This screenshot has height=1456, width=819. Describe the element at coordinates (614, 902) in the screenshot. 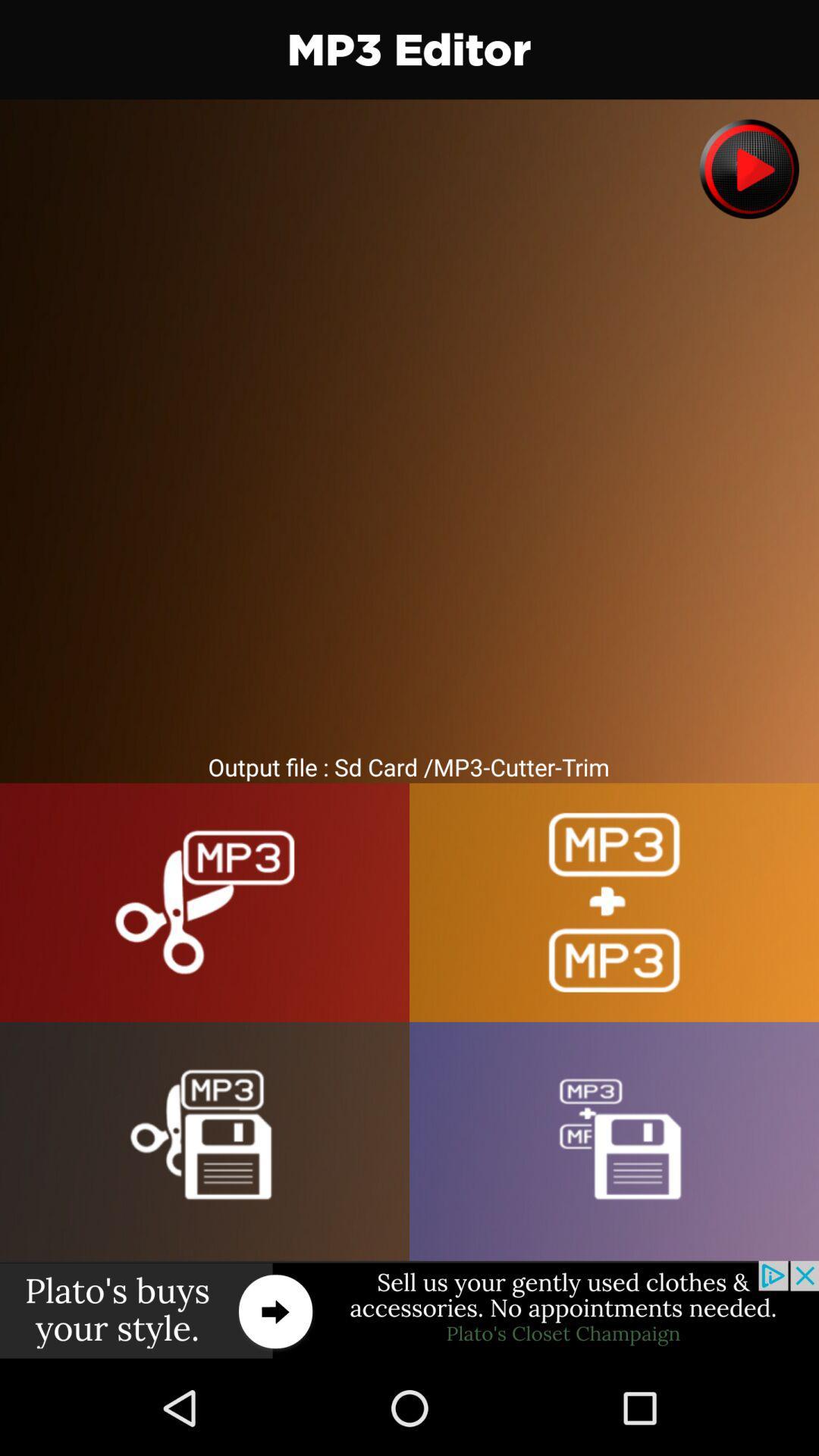

I see `mp3 mp3 option` at that location.